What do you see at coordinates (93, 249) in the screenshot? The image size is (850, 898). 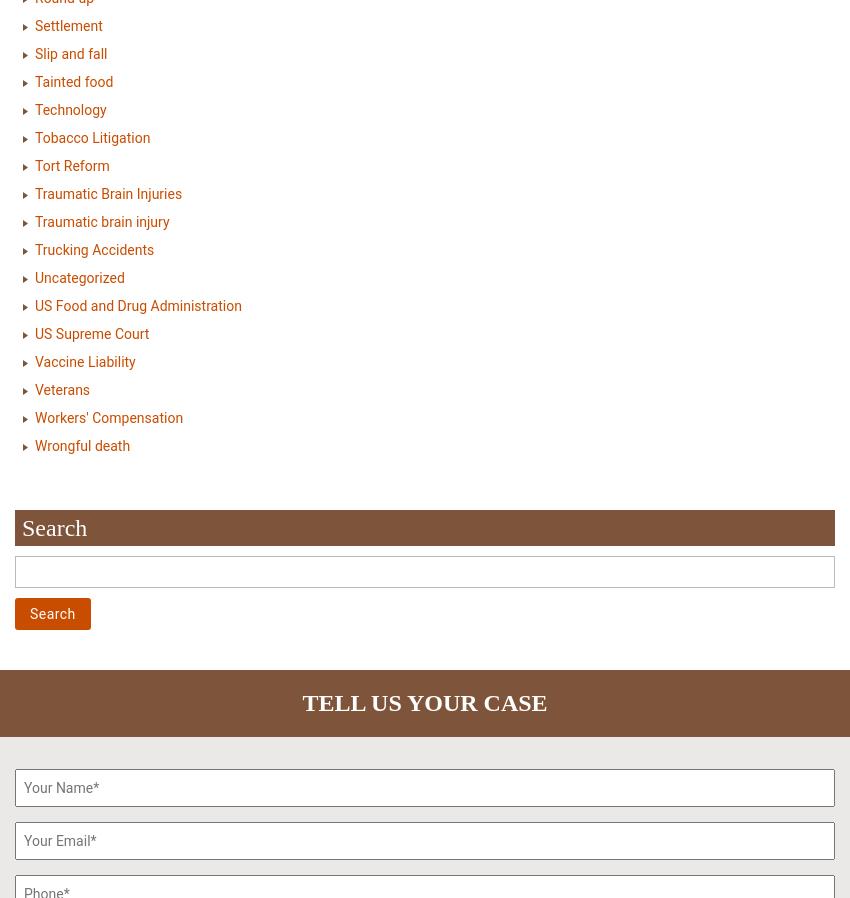 I see `'Trucking Accidents'` at bounding box center [93, 249].